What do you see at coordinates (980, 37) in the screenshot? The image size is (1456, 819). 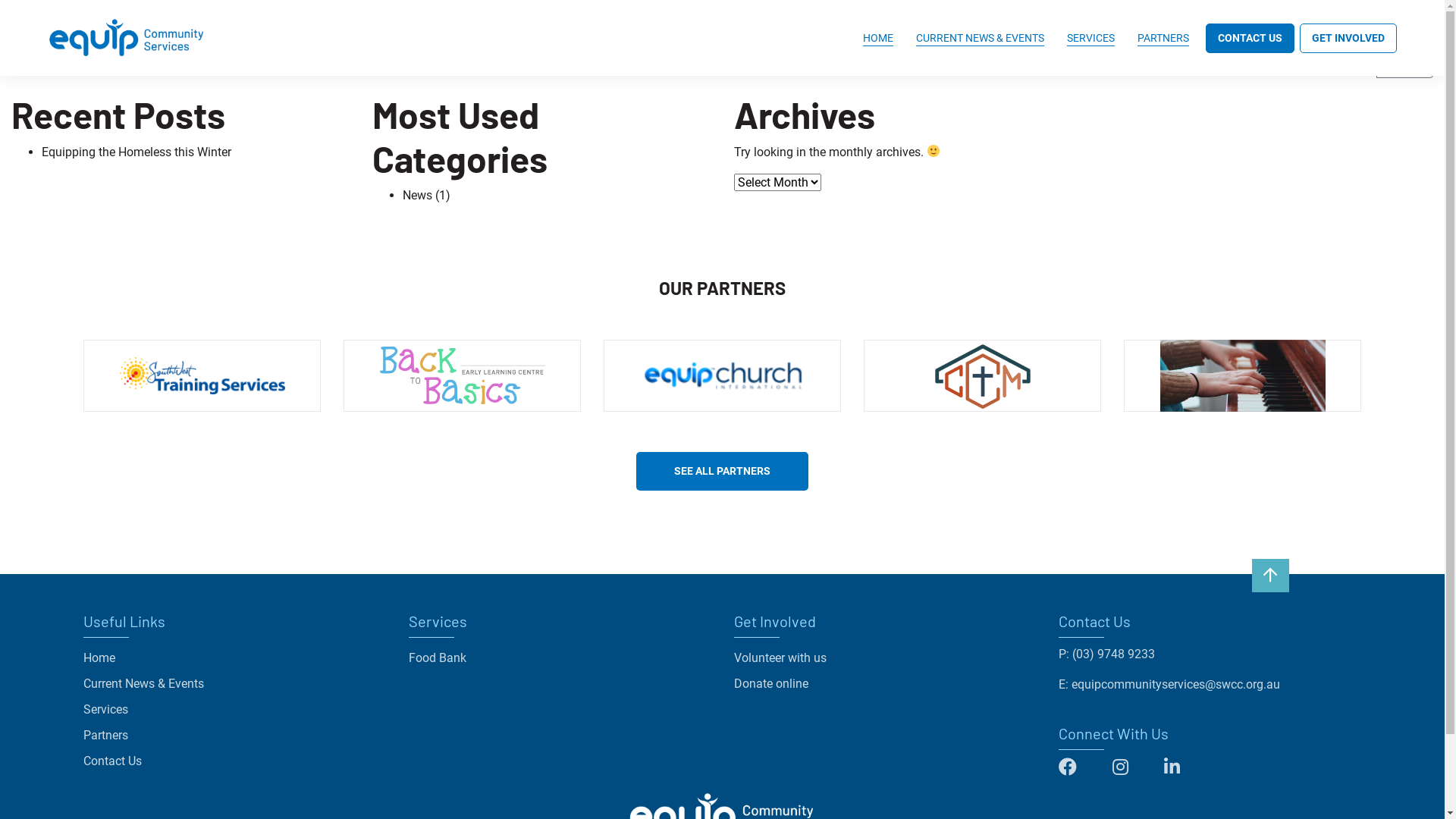 I see `'CURRENT NEWS & EVENTS'` at bounding box center [980, 37].